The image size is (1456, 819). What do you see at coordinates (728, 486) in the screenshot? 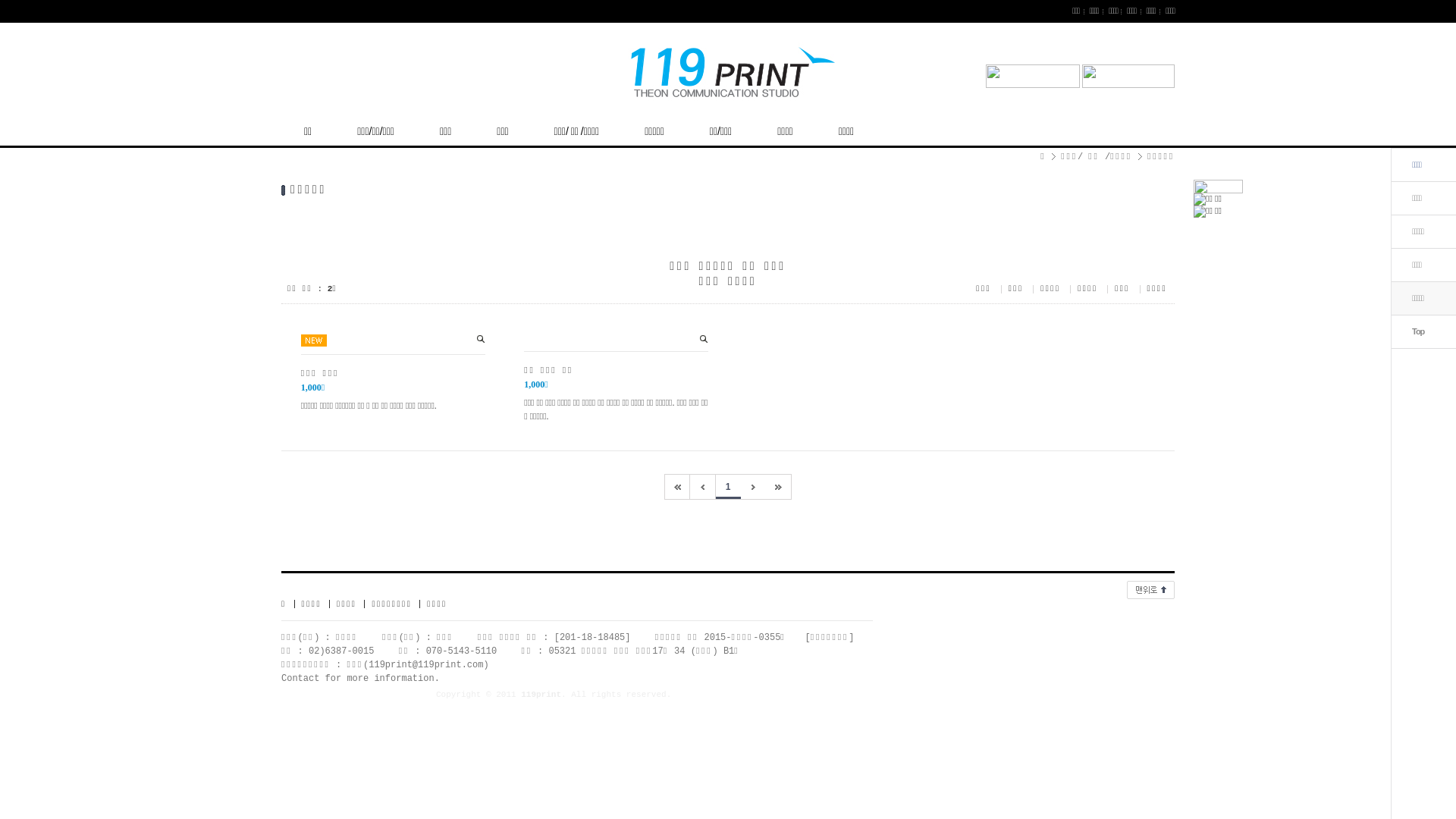
I see `'1'` at bounding box center [728, 486].